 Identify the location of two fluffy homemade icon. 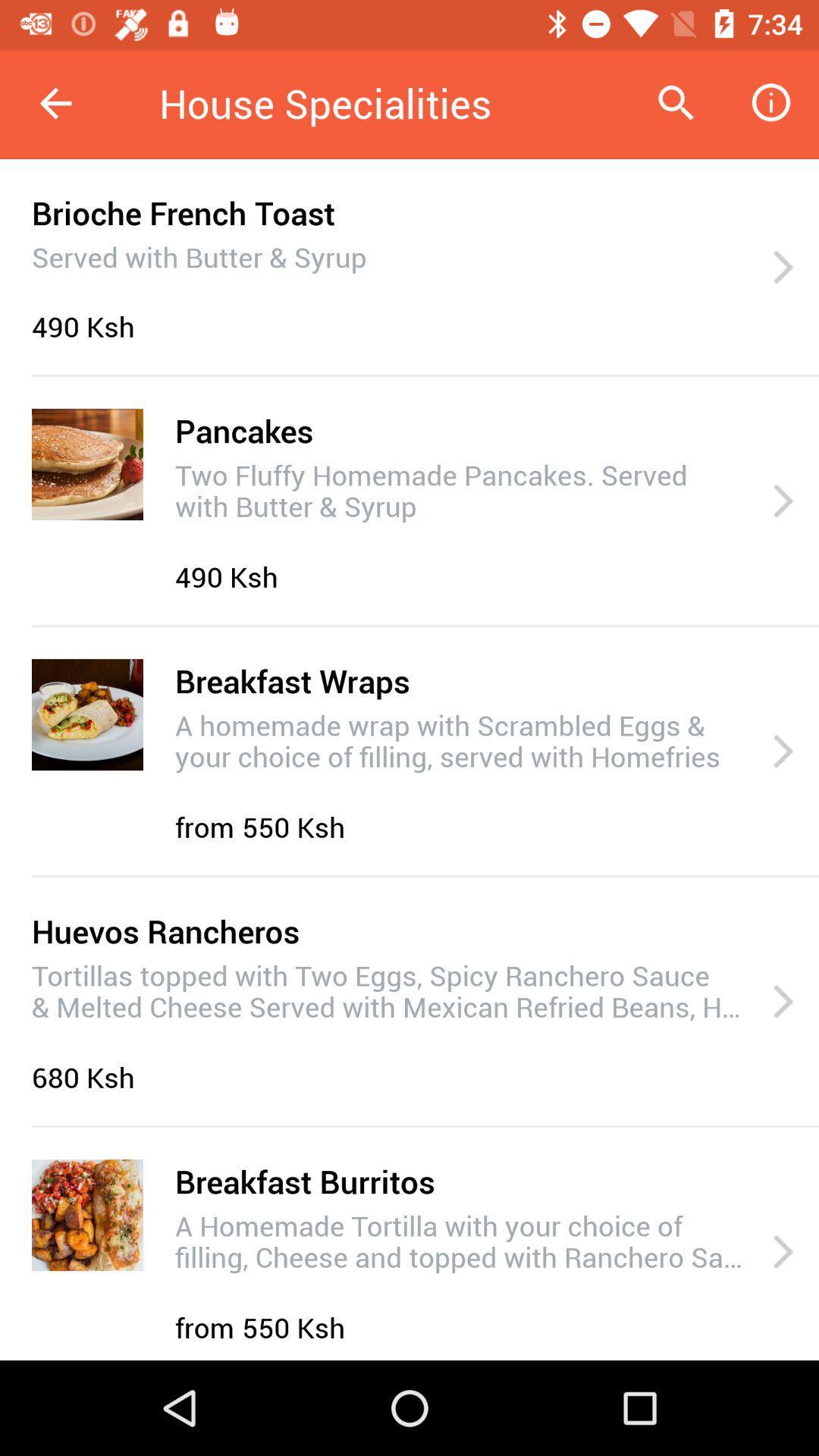
(460, 488).